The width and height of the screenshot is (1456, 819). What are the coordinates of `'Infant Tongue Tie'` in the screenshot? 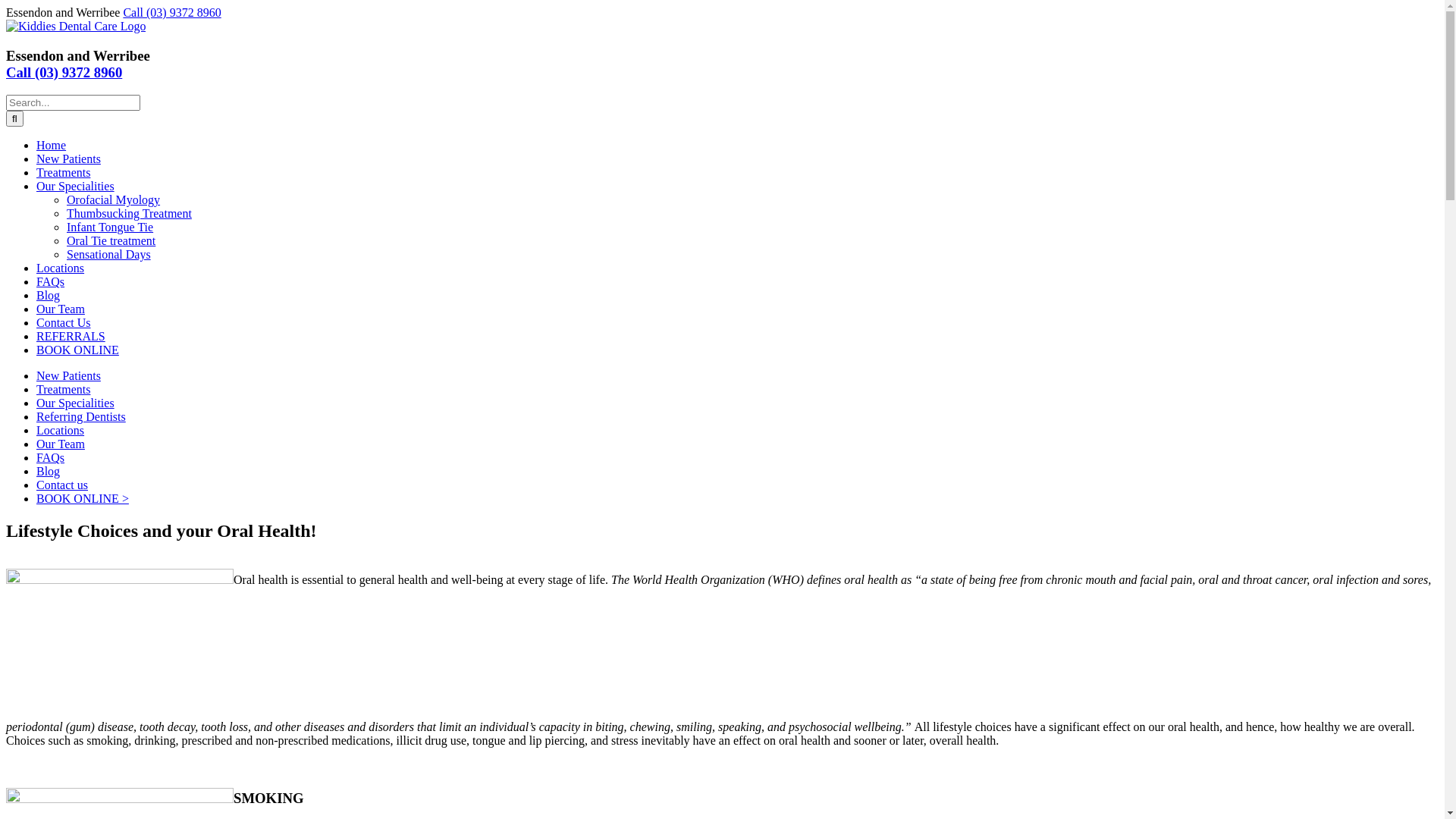 It's located at (108, 227).